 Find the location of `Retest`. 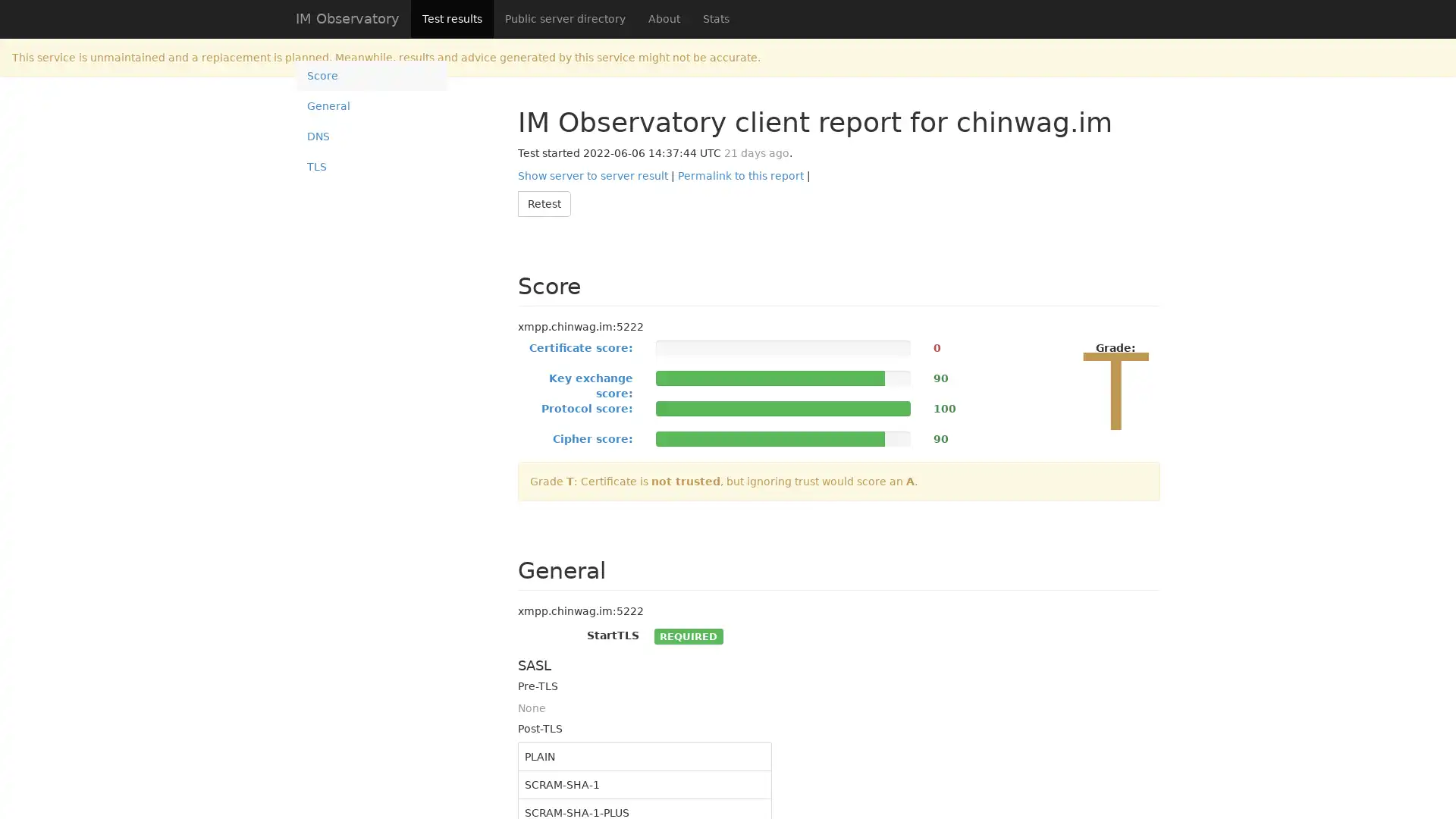

Retest is located at coordinates (543, 202).